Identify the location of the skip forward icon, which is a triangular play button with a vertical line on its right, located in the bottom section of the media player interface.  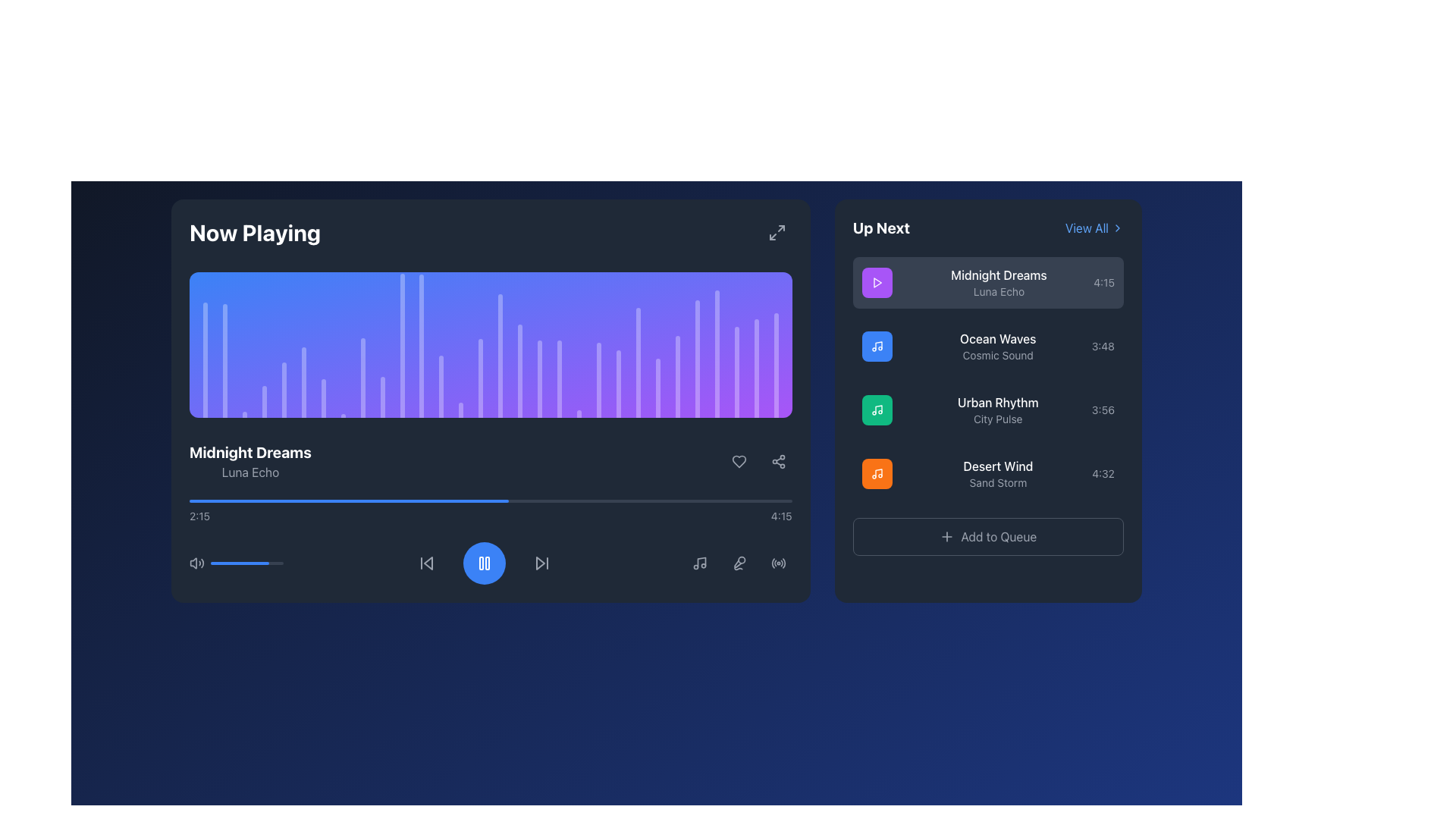
(542, 563).